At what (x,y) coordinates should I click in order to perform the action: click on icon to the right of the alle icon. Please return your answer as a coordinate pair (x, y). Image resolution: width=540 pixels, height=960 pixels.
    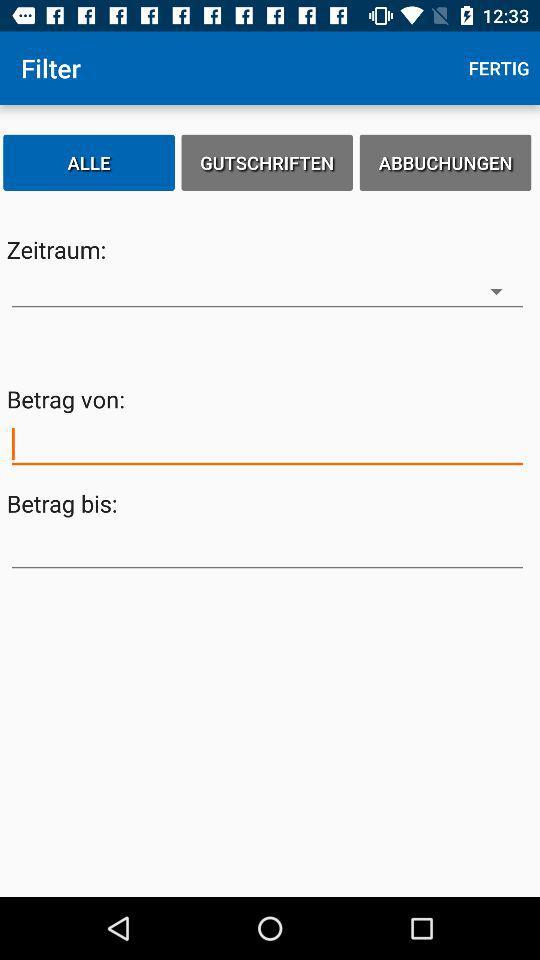
    Looking at the image, I should click on (267, 161).